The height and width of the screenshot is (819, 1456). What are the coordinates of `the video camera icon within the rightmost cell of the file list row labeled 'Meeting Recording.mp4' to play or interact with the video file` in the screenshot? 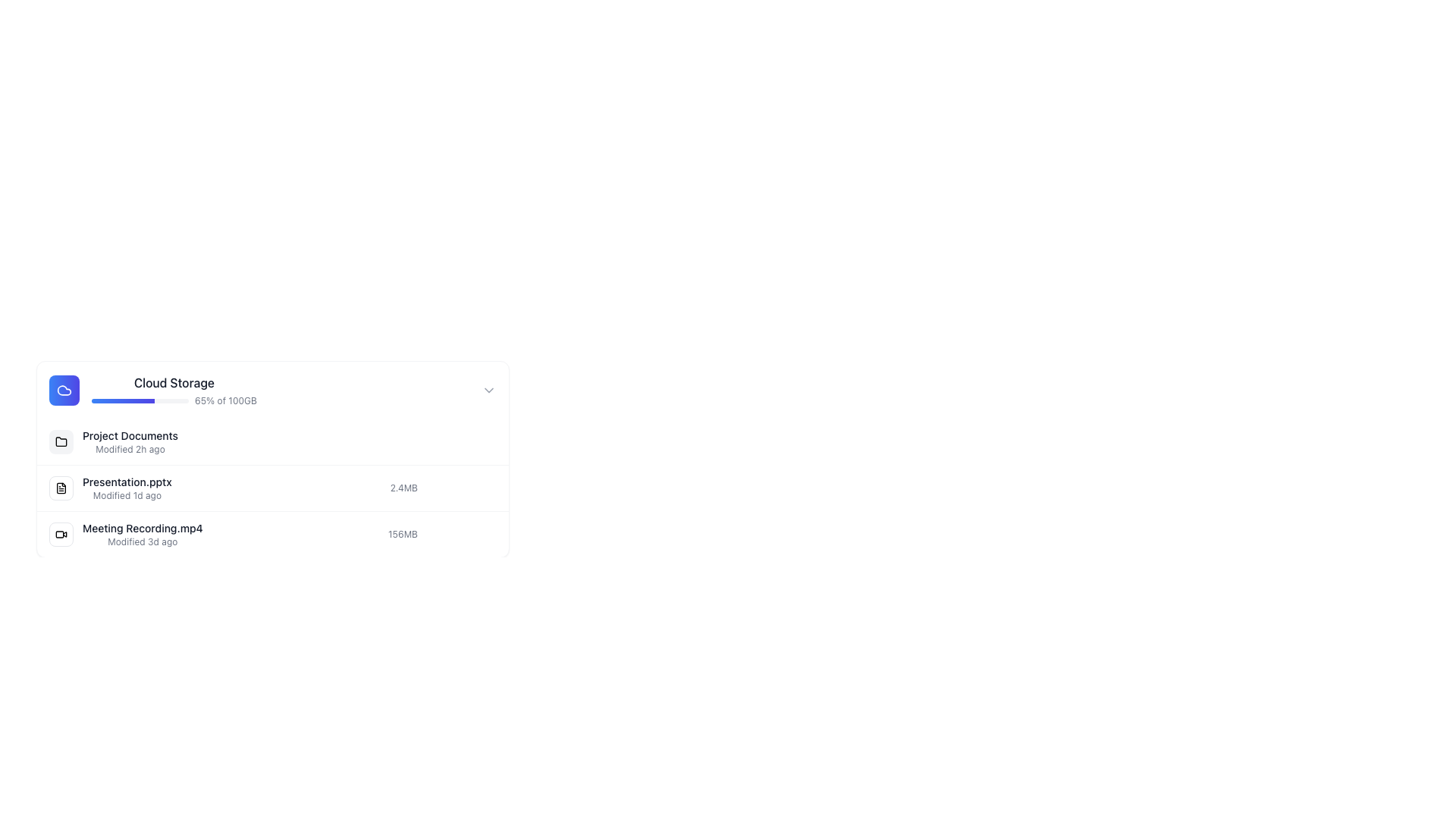 It's located at (61, 534).